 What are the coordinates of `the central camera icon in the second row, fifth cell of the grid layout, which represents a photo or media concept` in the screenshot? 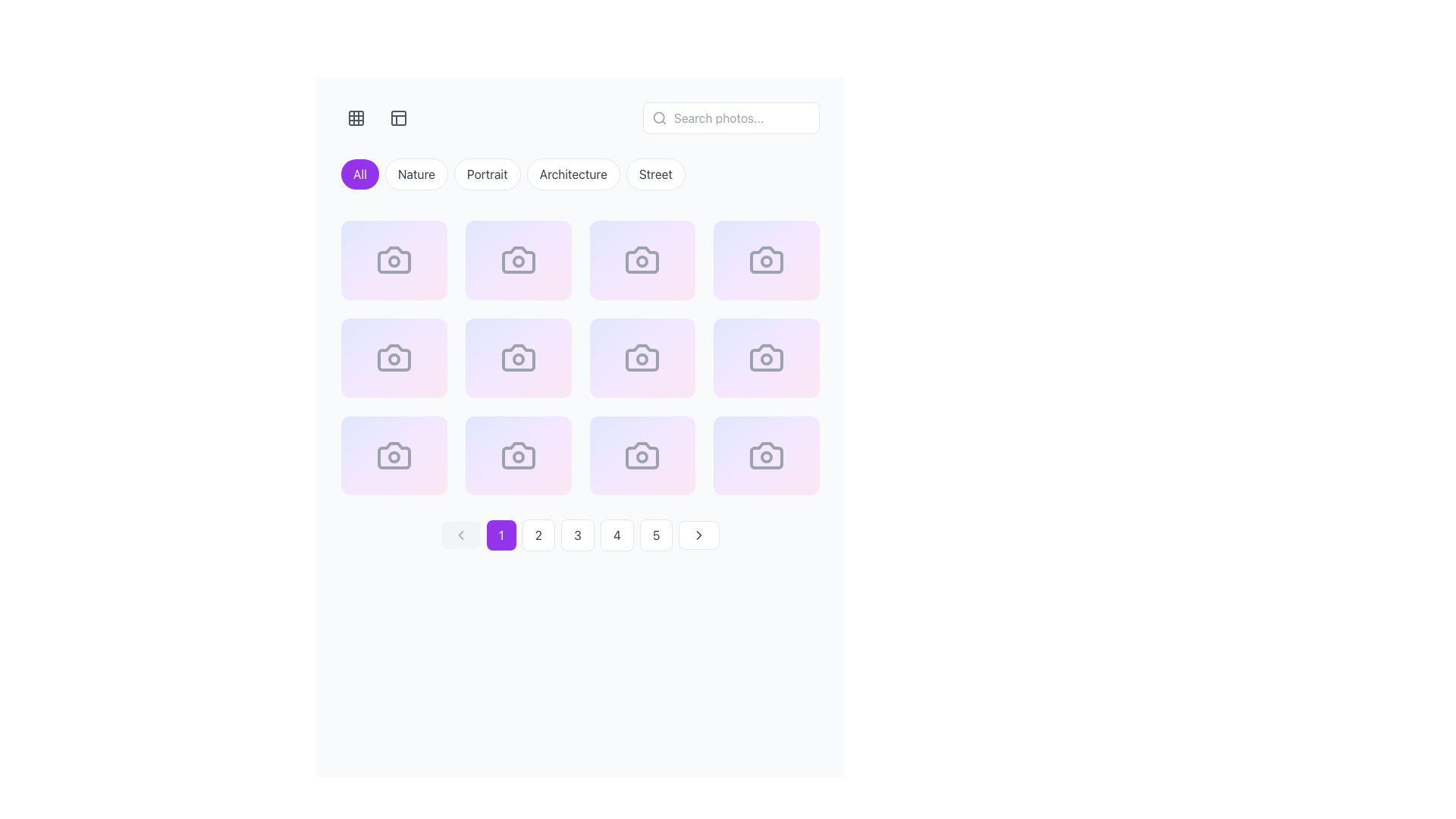 It's located at (642, 358).